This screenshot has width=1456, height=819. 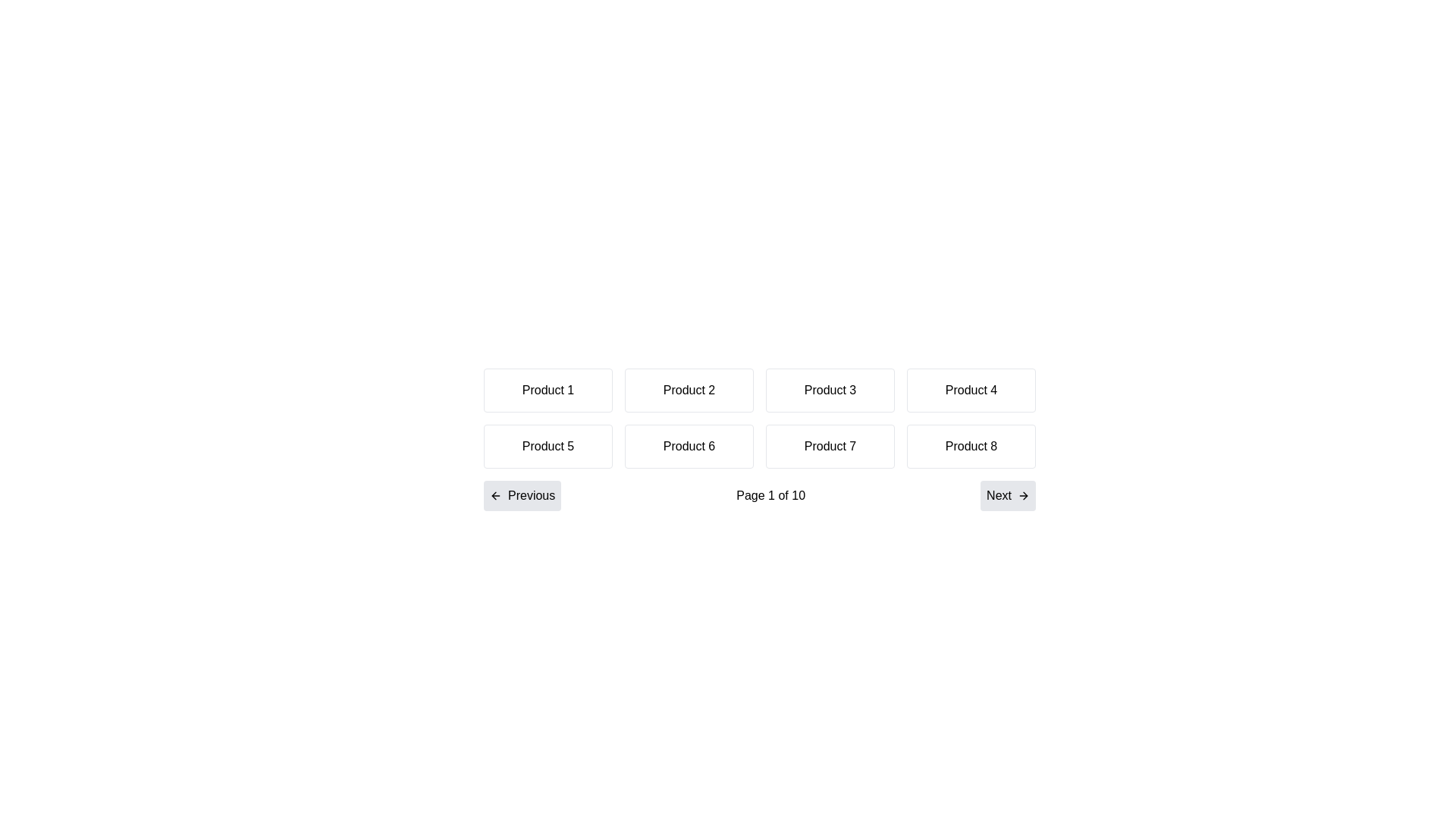 I want to click on the text label 'Product 1' located in the top-left corner of a bordered box within a 2x4 grid layout, so click(x=548, y=390).